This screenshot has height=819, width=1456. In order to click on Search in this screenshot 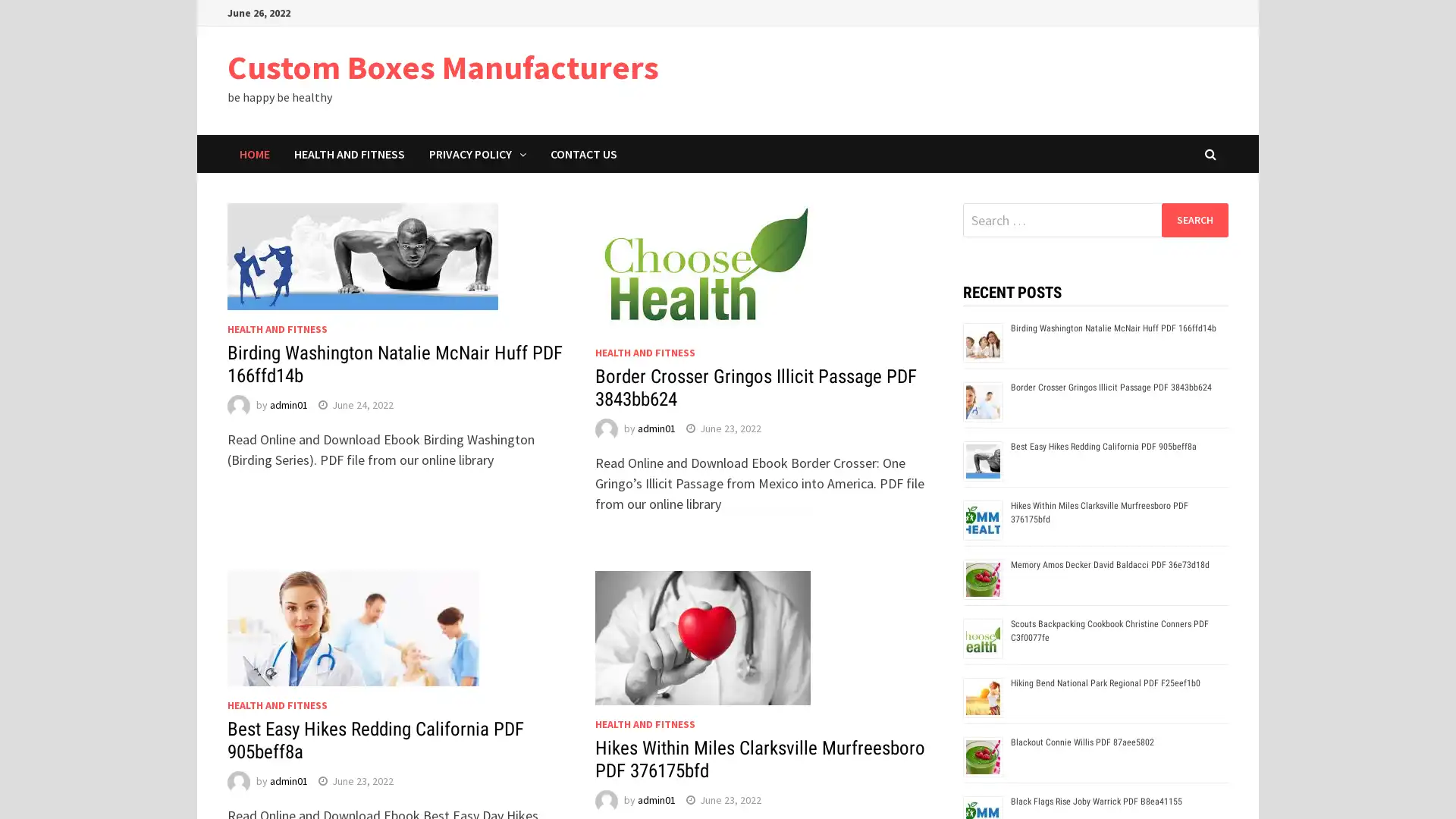, I will do `click(1194, 219)`.